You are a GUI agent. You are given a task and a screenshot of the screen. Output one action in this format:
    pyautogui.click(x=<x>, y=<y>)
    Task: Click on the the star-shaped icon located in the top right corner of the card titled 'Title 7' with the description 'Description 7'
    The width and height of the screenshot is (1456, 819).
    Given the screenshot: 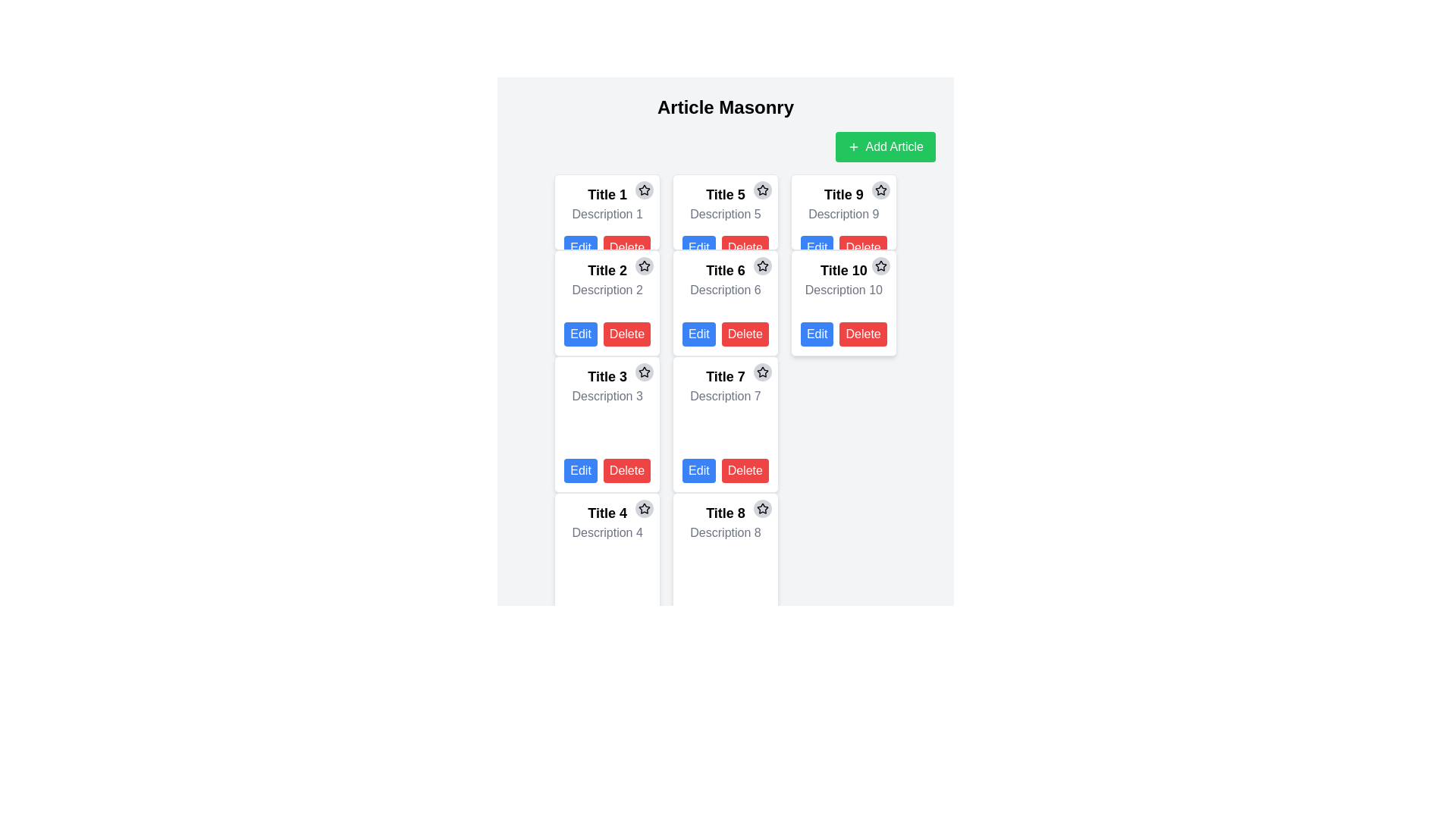 What is the action you would take?
    pyautogui.click(x=762, y=372)
    